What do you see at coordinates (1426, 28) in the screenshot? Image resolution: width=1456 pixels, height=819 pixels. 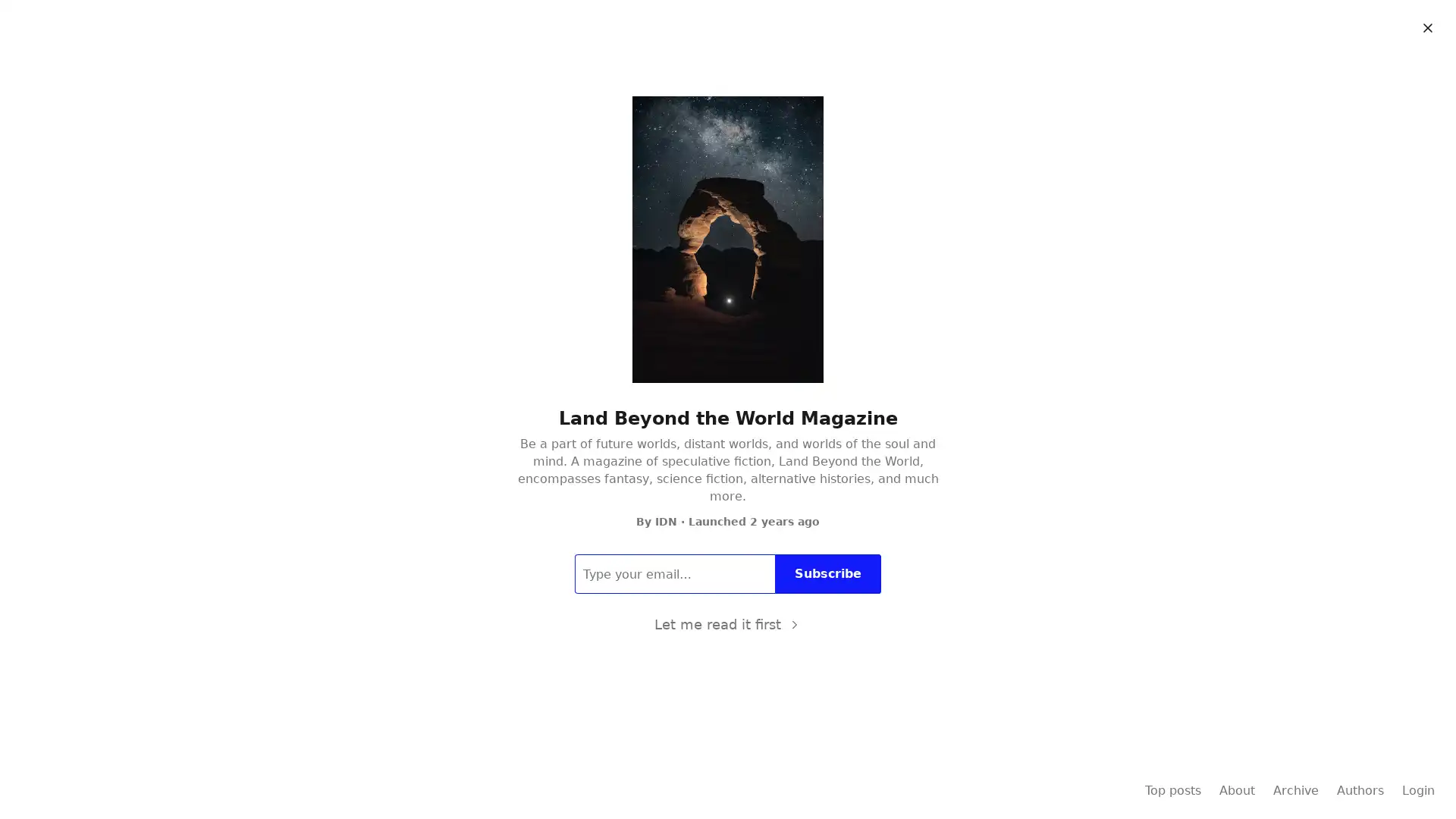 I see `Close` at bounding box center [1426, 28].